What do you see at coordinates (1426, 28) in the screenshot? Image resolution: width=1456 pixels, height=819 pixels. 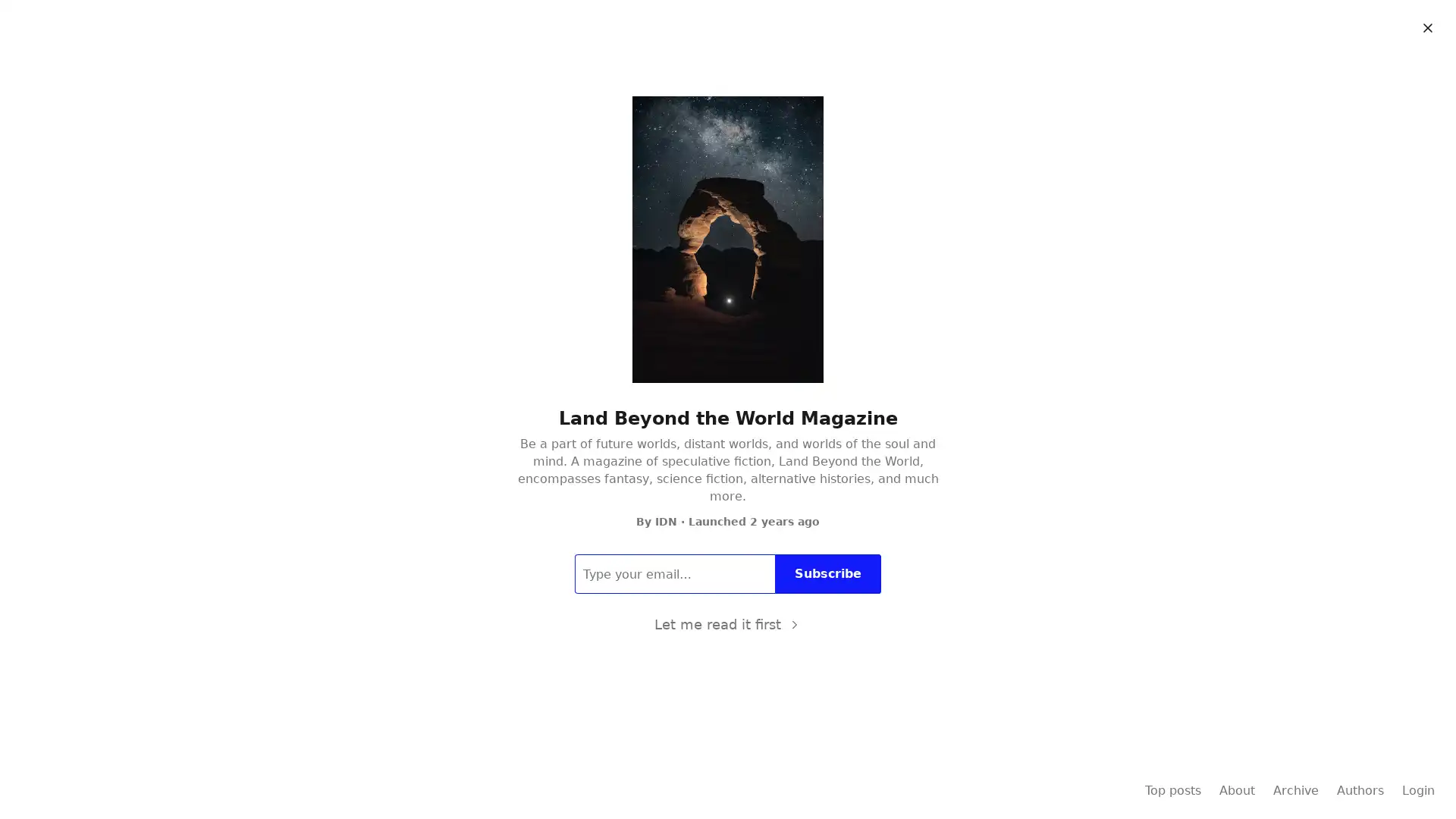 I see `Close` at bounding box center [1426, 28].